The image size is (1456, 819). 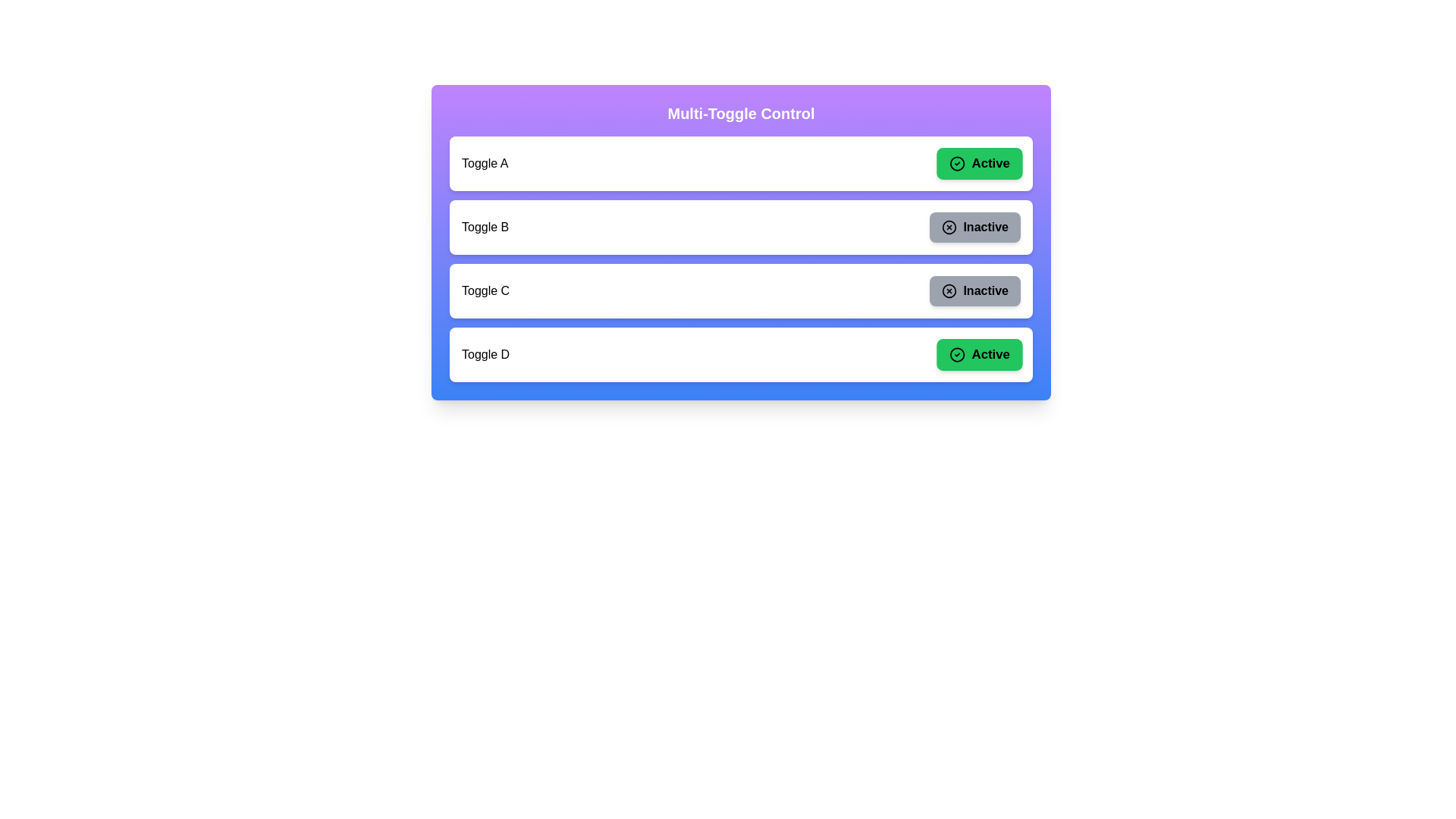 I want to click on label 'Toggle C' which is styled in a simple sans-serif font and located within the third card of toggle options, positioned towards the left side of the card, next to the 'Inactive' button, so click(x=485, y=291).